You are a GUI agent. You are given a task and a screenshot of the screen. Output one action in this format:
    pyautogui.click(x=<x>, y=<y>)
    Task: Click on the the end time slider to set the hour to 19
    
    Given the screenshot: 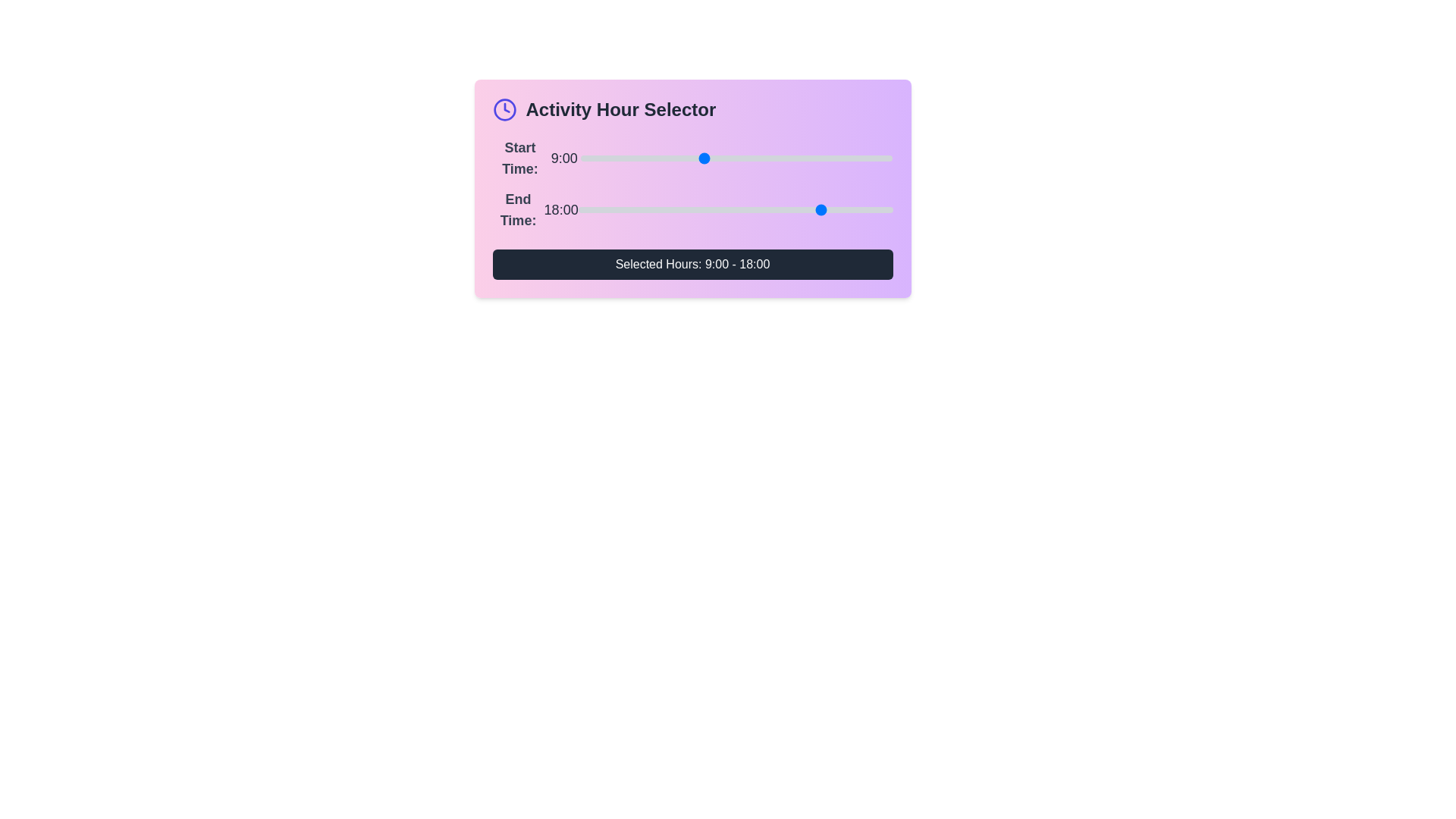 What is the action you would take?
    pyautogui.click(x=837, y=210)
    